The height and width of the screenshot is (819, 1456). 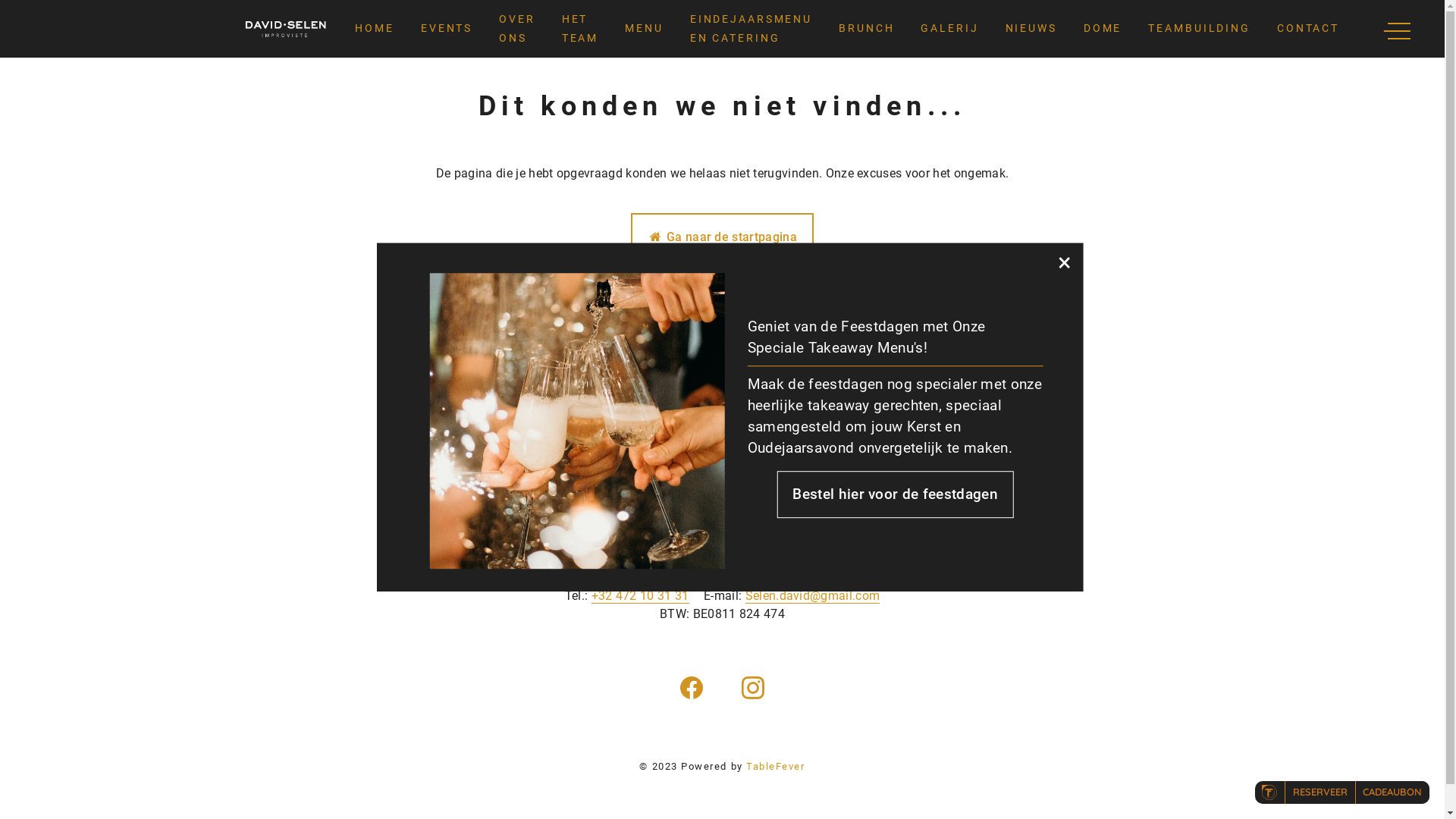 What do you see at coordinates (1198, 29) in the screenshot?
I see `'TEAMBUILDING'` at bounding box center [1198, 29].